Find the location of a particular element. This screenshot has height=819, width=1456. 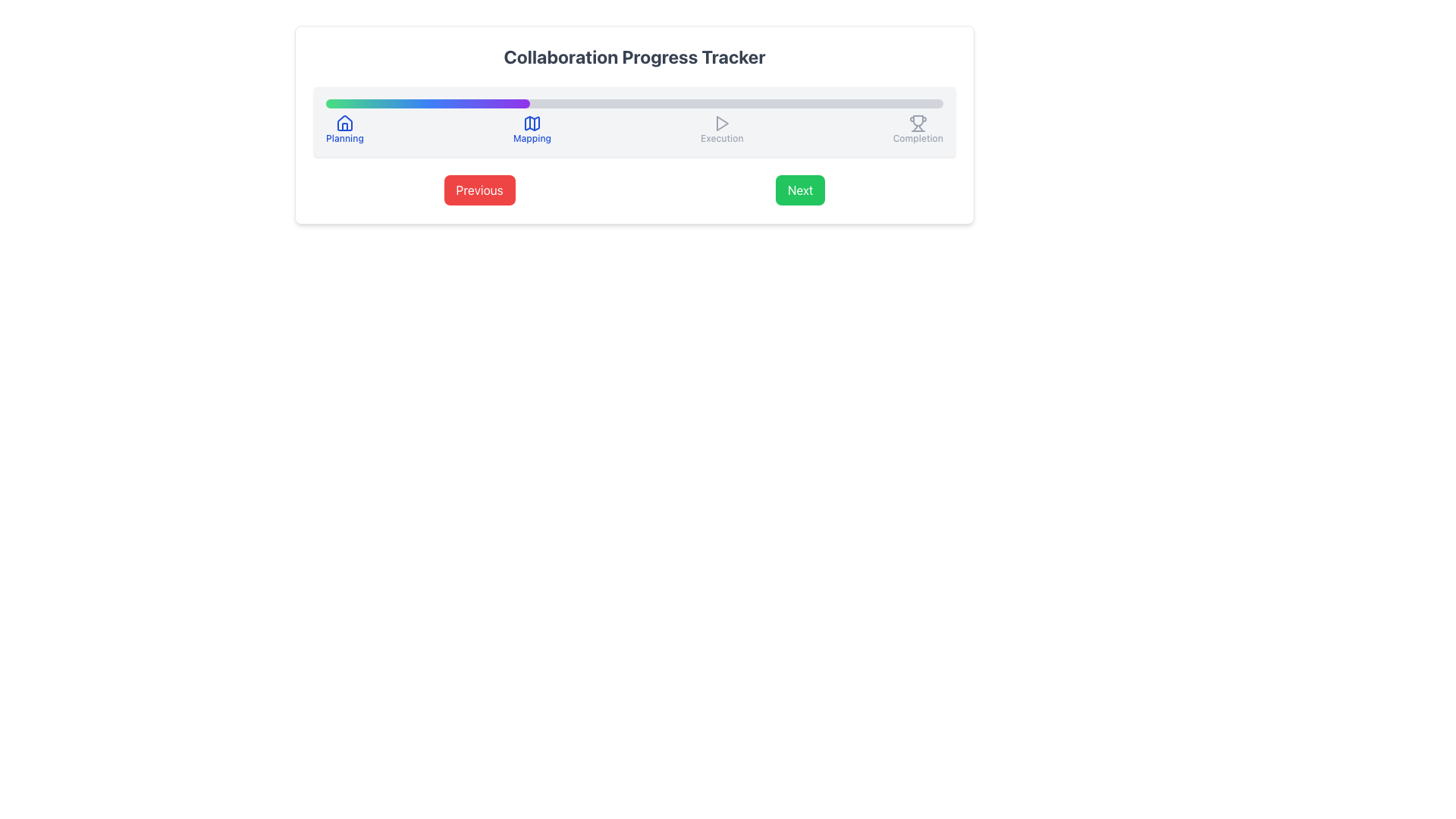

the left navigation button located below the 'Collaboration Progress Tracker' is located at coordinates (479, 189).